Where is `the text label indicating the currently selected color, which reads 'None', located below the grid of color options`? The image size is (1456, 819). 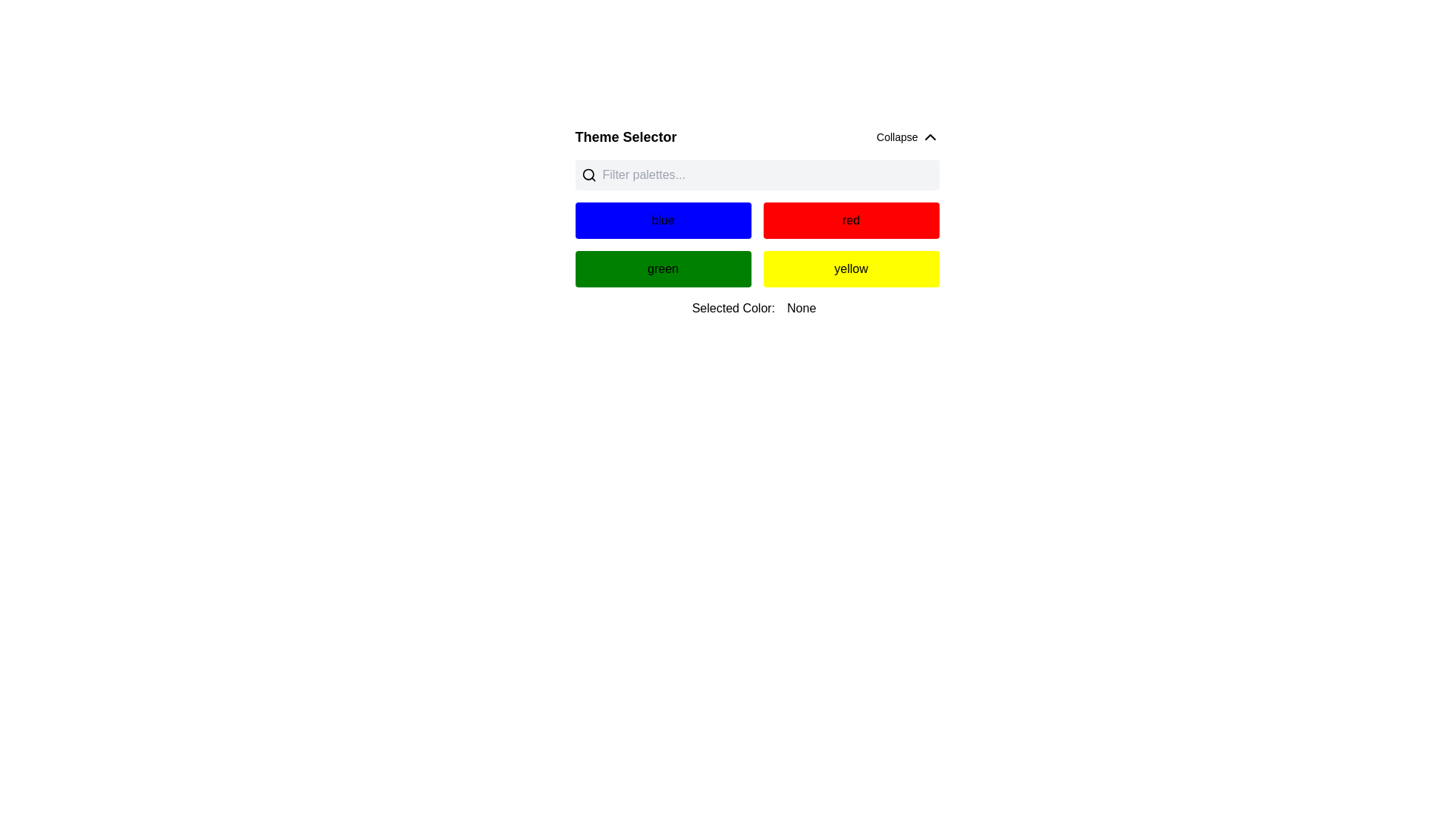 the text label indicating the currently selected color, which reads 'None', located below the grid of color options is located at coordinates (801, 307).